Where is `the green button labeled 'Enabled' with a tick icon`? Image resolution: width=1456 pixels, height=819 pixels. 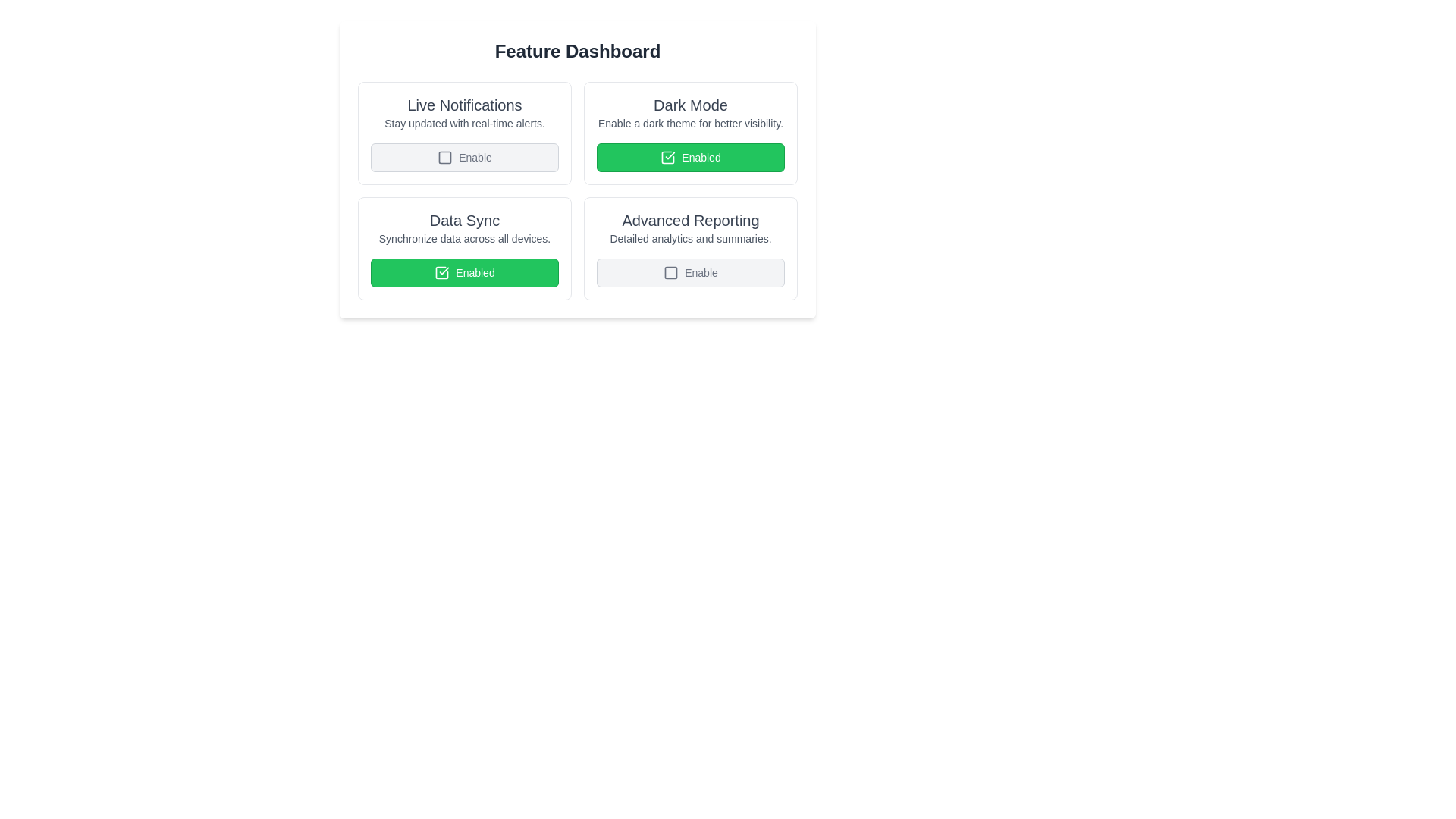 the green button labeled 'Enabled' with a tick icon is located at coordinates (690, 158).